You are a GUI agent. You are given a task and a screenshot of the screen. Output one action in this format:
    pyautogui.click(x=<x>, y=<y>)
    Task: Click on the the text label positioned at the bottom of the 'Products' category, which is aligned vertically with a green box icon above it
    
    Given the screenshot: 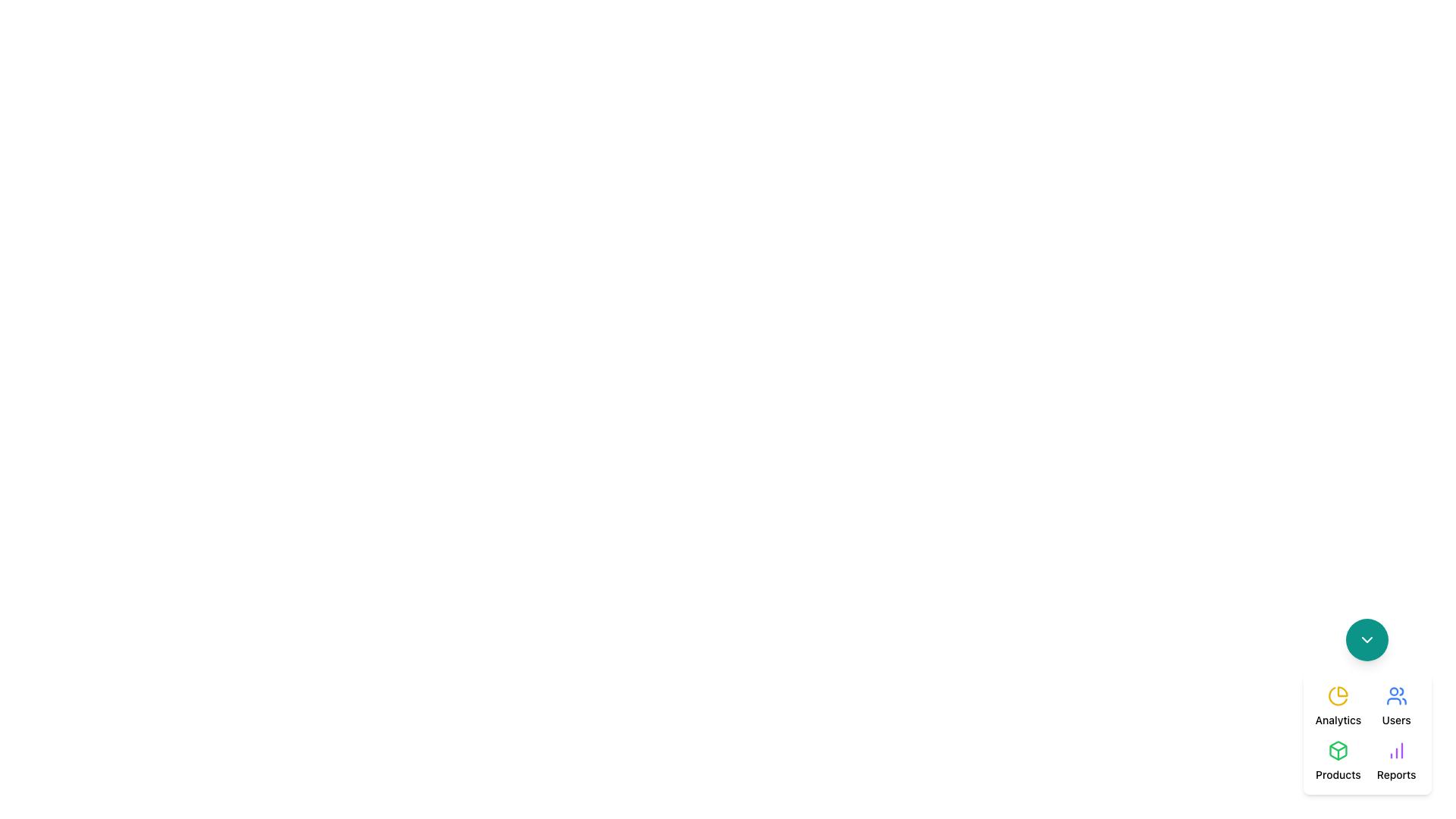 What is the action you would take?
    pyautogui.click(x=1338, y=775)
    